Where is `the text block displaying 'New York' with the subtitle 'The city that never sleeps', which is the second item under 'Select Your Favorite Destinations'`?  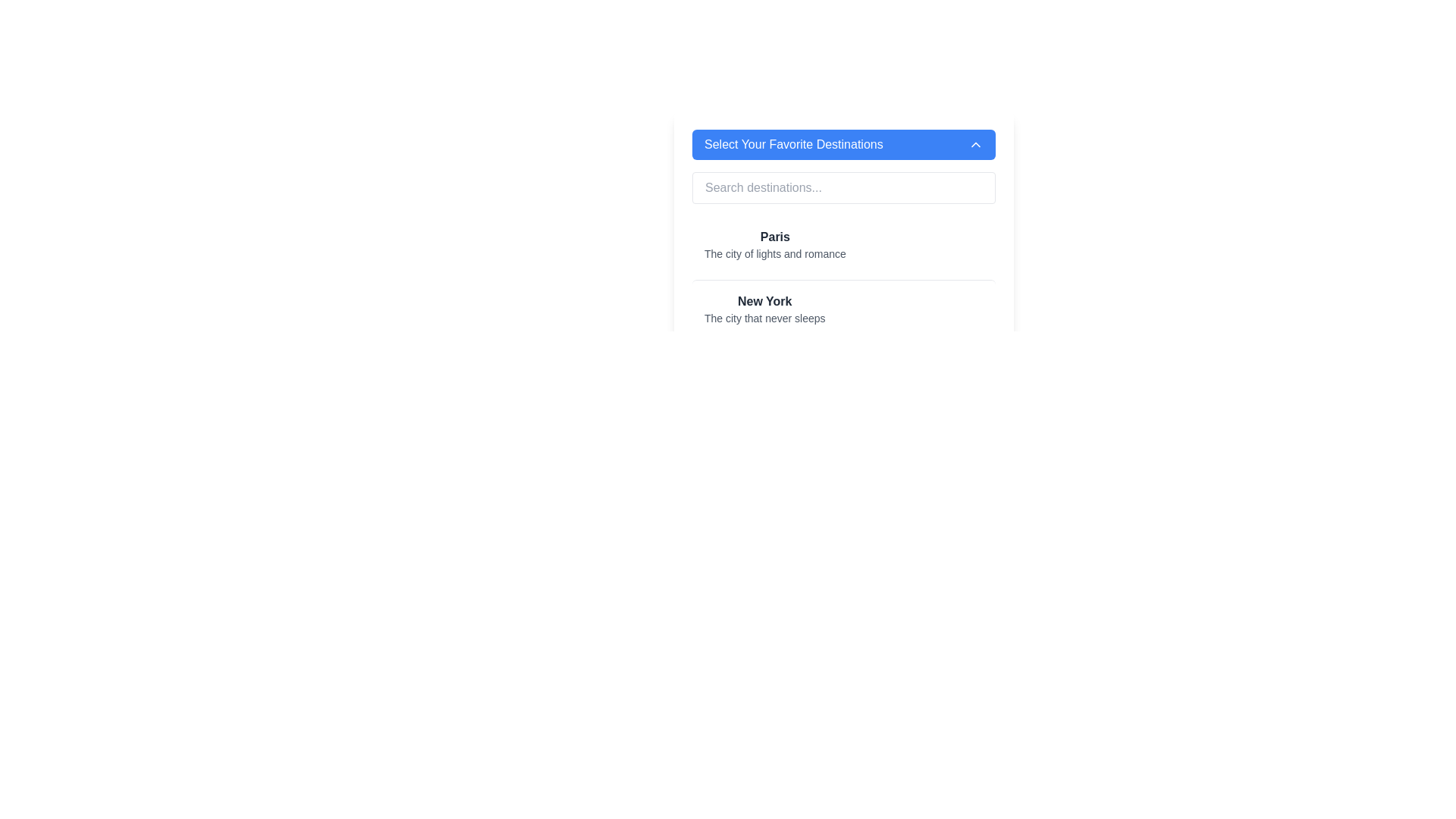 the text block displaying 'New York' with the subtitle 'The city that never sleeps', which is the second item under 'Select Your Favorite Destinations' is located at coordinates (764, 309).